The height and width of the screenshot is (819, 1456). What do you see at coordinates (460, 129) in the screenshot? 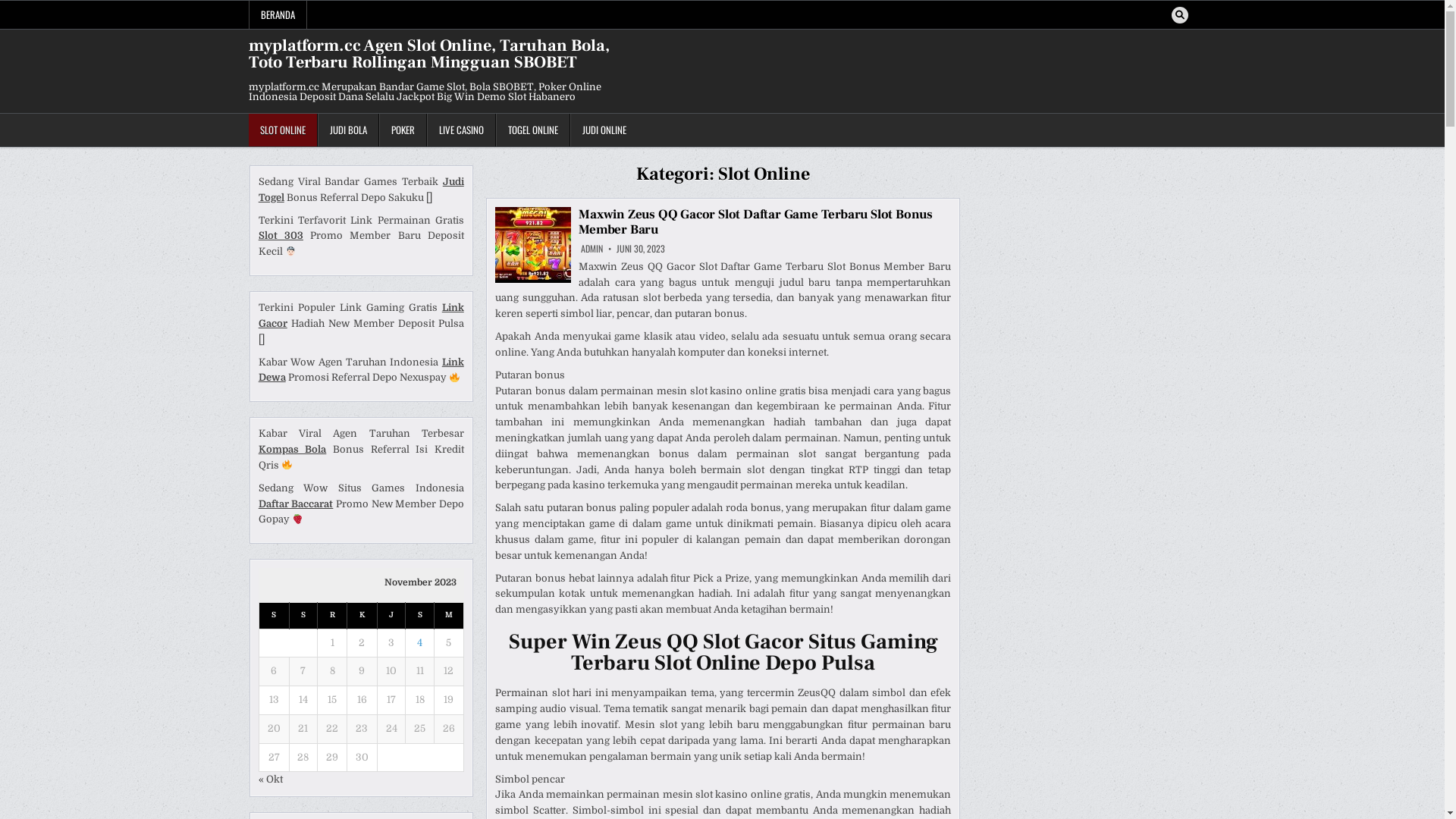
I see `'LIVE CASINO'` at bounding box center [460, 129].